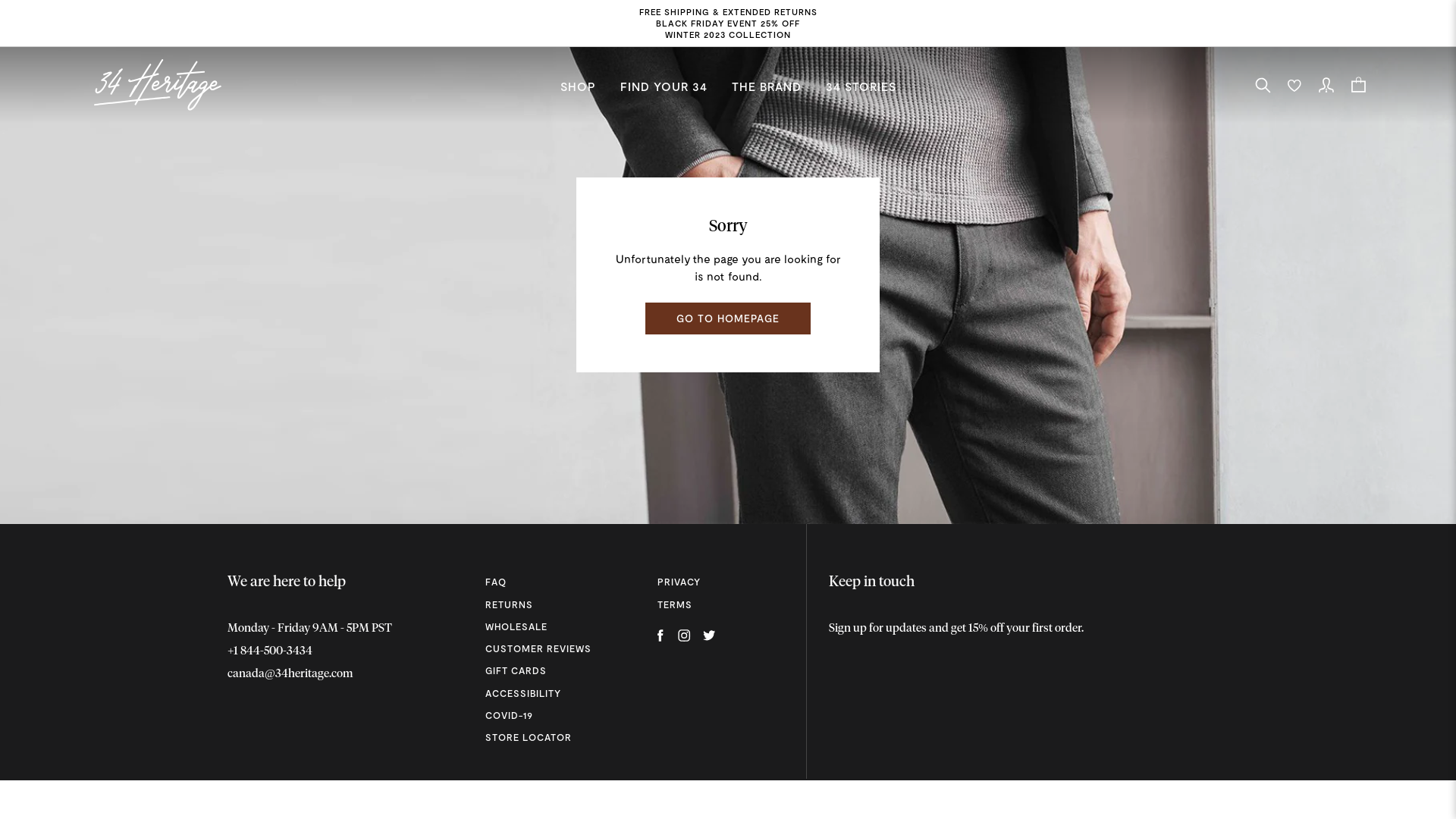 The image size is (1456, 819). Describe the element at coordinates (726, 11) in the screenshot. I see `'FREE SHIPPING & EXTENDED RETURNS'` at that location.